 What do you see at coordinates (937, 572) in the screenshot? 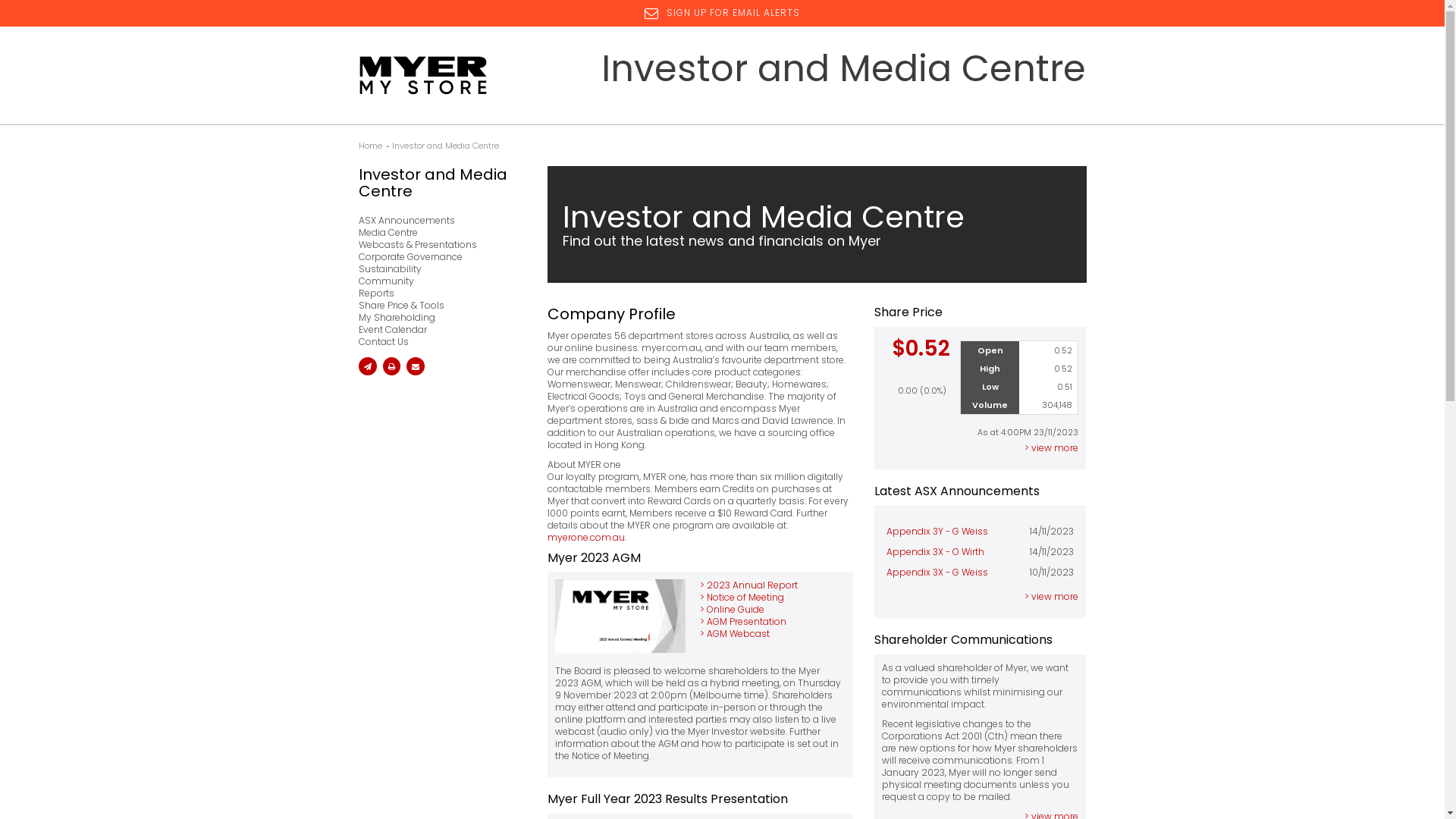
I see `'Appendix 3X - G Weiss'` at bounding box center [937, 572].